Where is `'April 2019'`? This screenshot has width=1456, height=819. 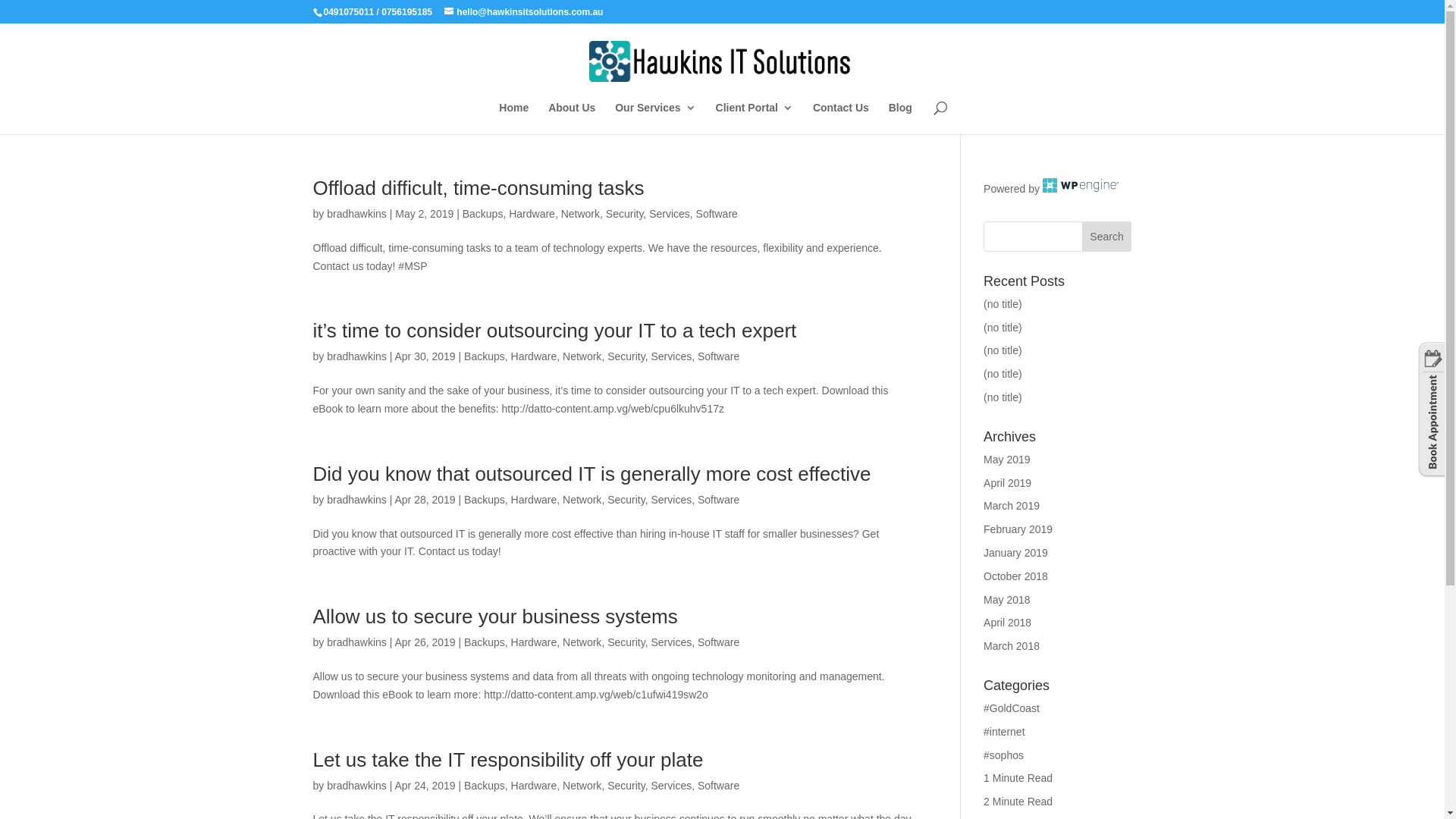
'April 2019' is located at coordinates (983, 482).